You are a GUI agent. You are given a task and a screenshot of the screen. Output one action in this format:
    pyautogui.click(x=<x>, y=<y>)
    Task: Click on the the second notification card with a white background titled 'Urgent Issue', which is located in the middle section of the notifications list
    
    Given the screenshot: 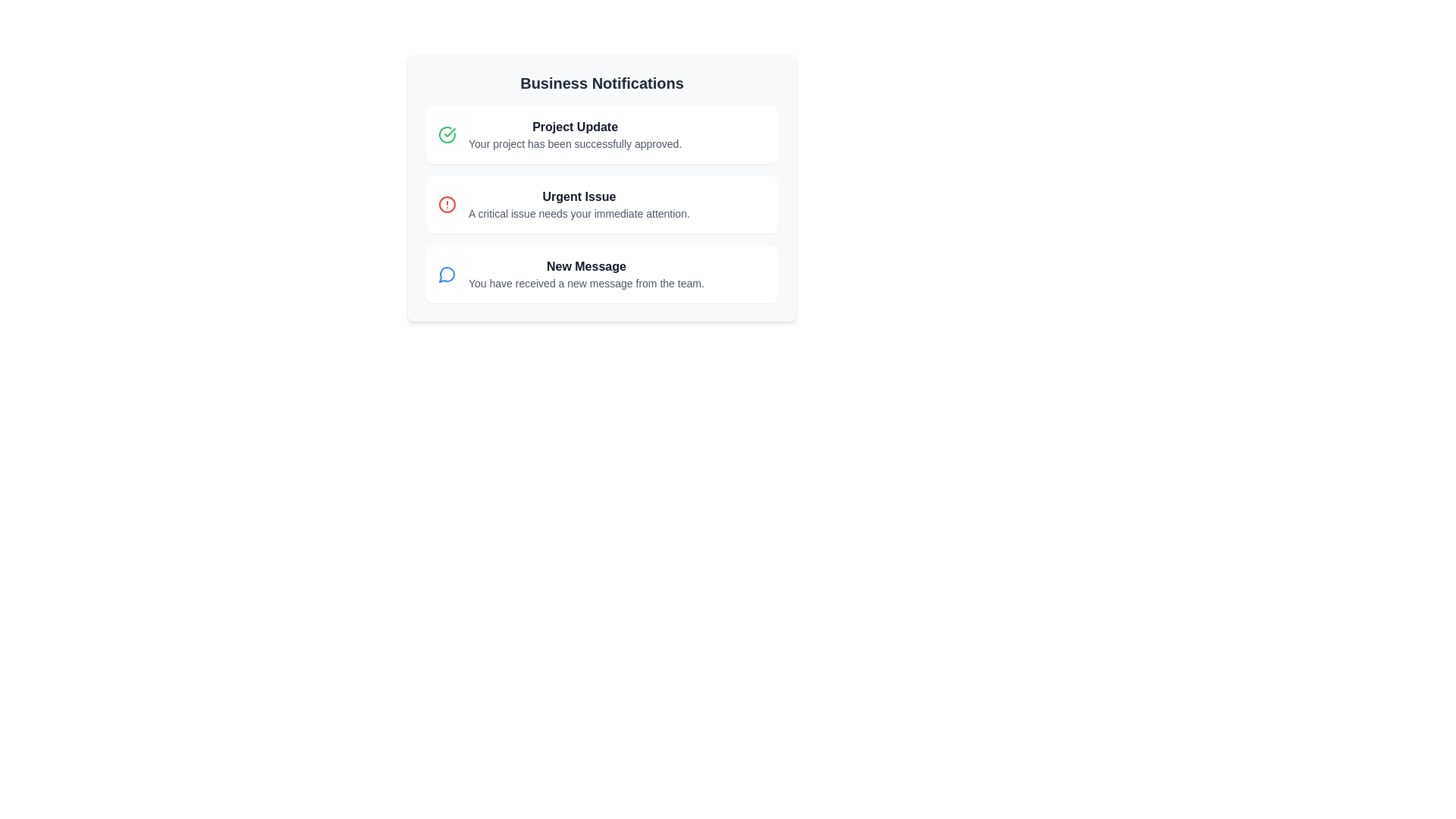 What is the action you would take?
    pyautogui.click(x=601, y=205)
    